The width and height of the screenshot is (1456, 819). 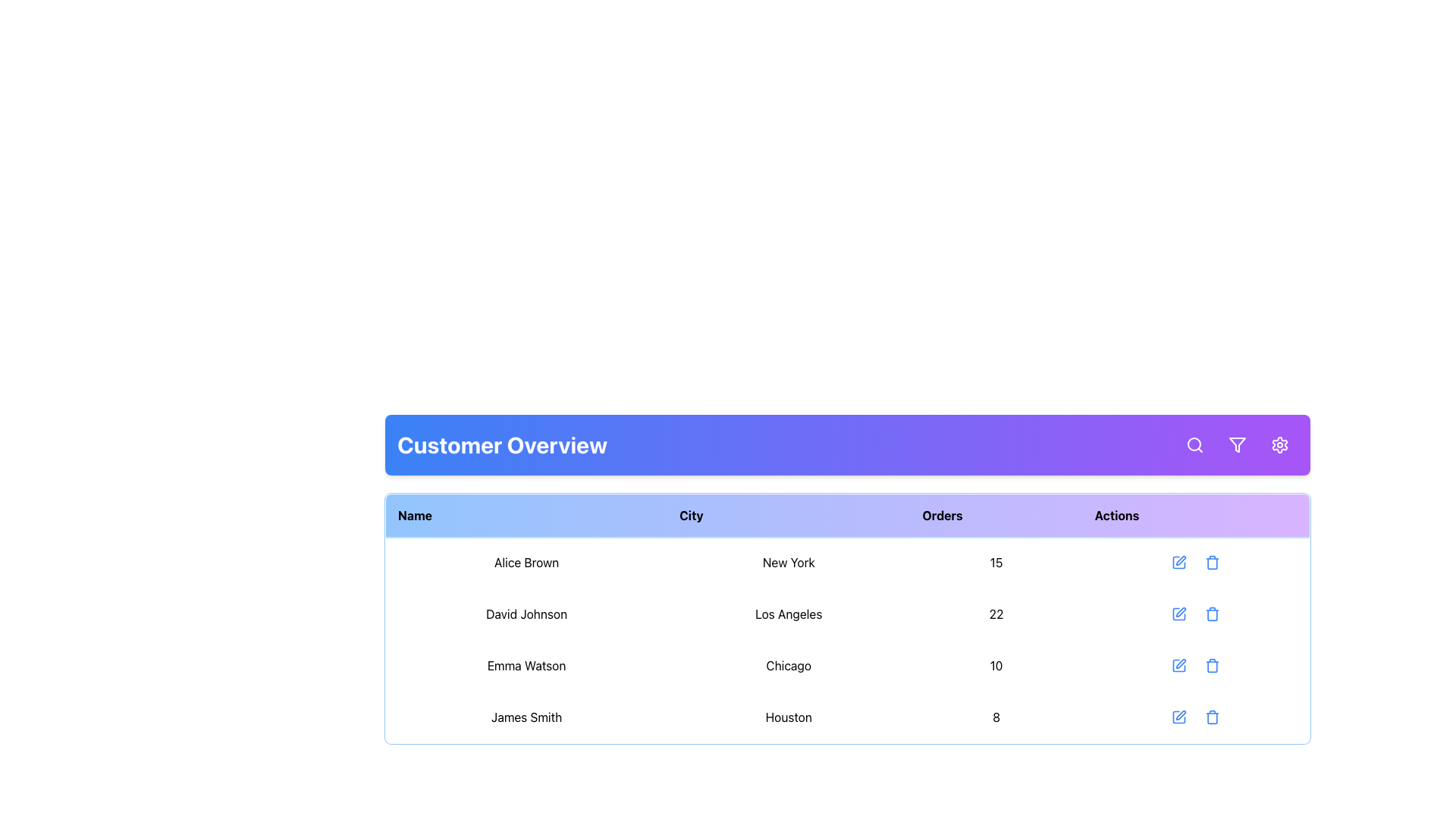 What do you see at coordinates (1178, 562) in the screenshot?
I see `the edit button located in the 'Actions' column of the first row in the table to allow the user` at bounding box center [1178, 562].